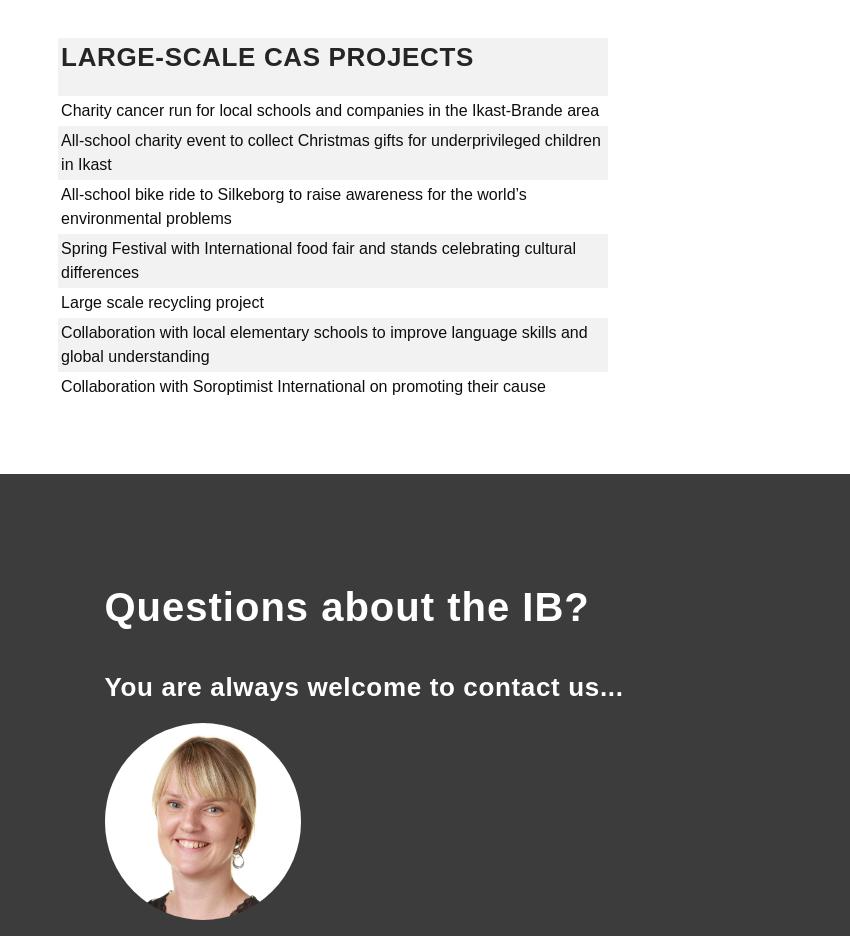 The image size is (850, 936). I want to click on 'You are always welcome to contact us...', so click(362, 687).